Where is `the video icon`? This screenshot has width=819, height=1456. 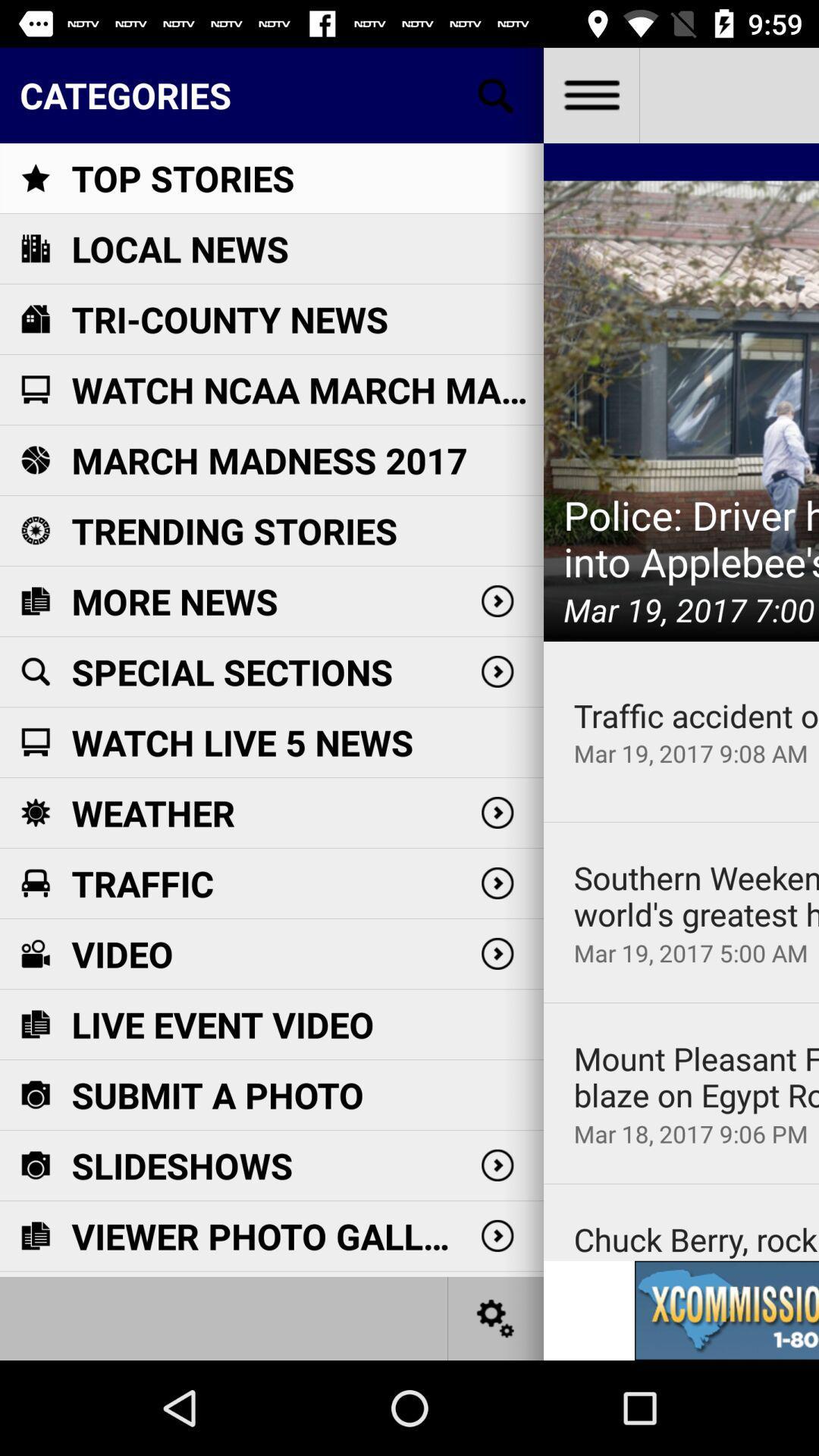
the video icon is located at coordinates (34, 952).